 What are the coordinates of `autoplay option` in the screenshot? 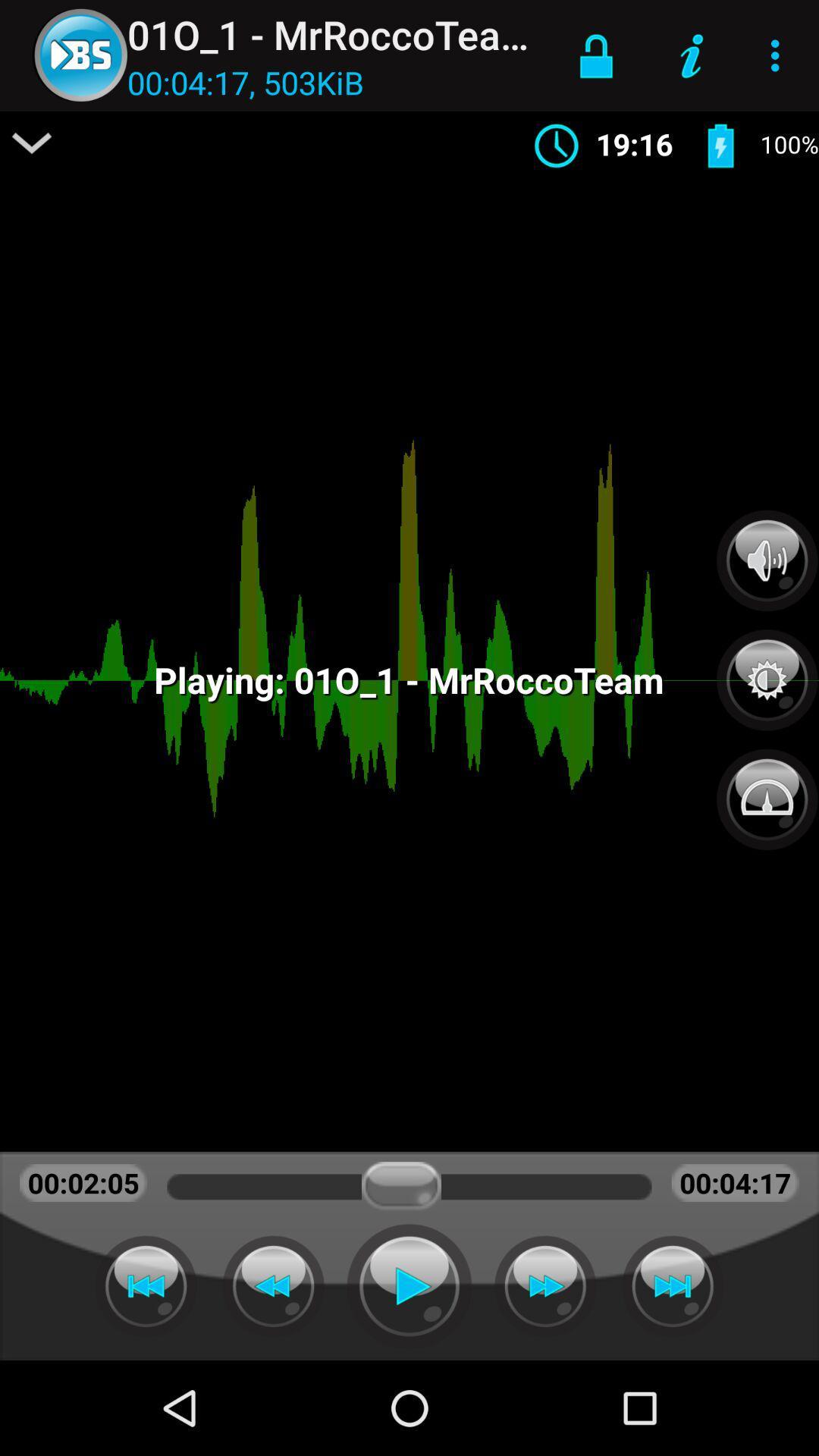 It's located at (672, 1285).